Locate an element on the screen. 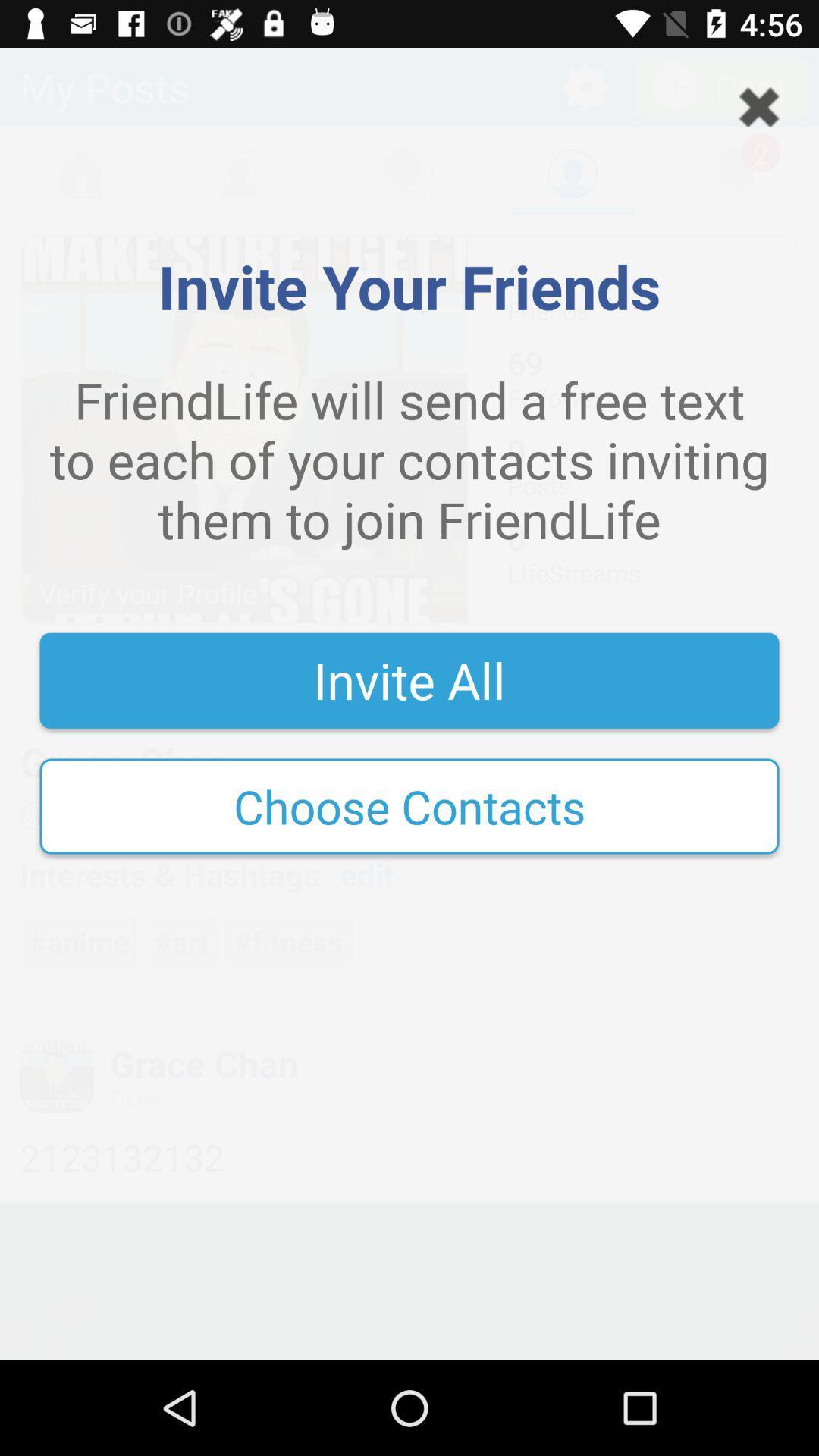 This screenshot has height=1456, width=819. the icon at the top right corner is located at coordinates (759, 106).